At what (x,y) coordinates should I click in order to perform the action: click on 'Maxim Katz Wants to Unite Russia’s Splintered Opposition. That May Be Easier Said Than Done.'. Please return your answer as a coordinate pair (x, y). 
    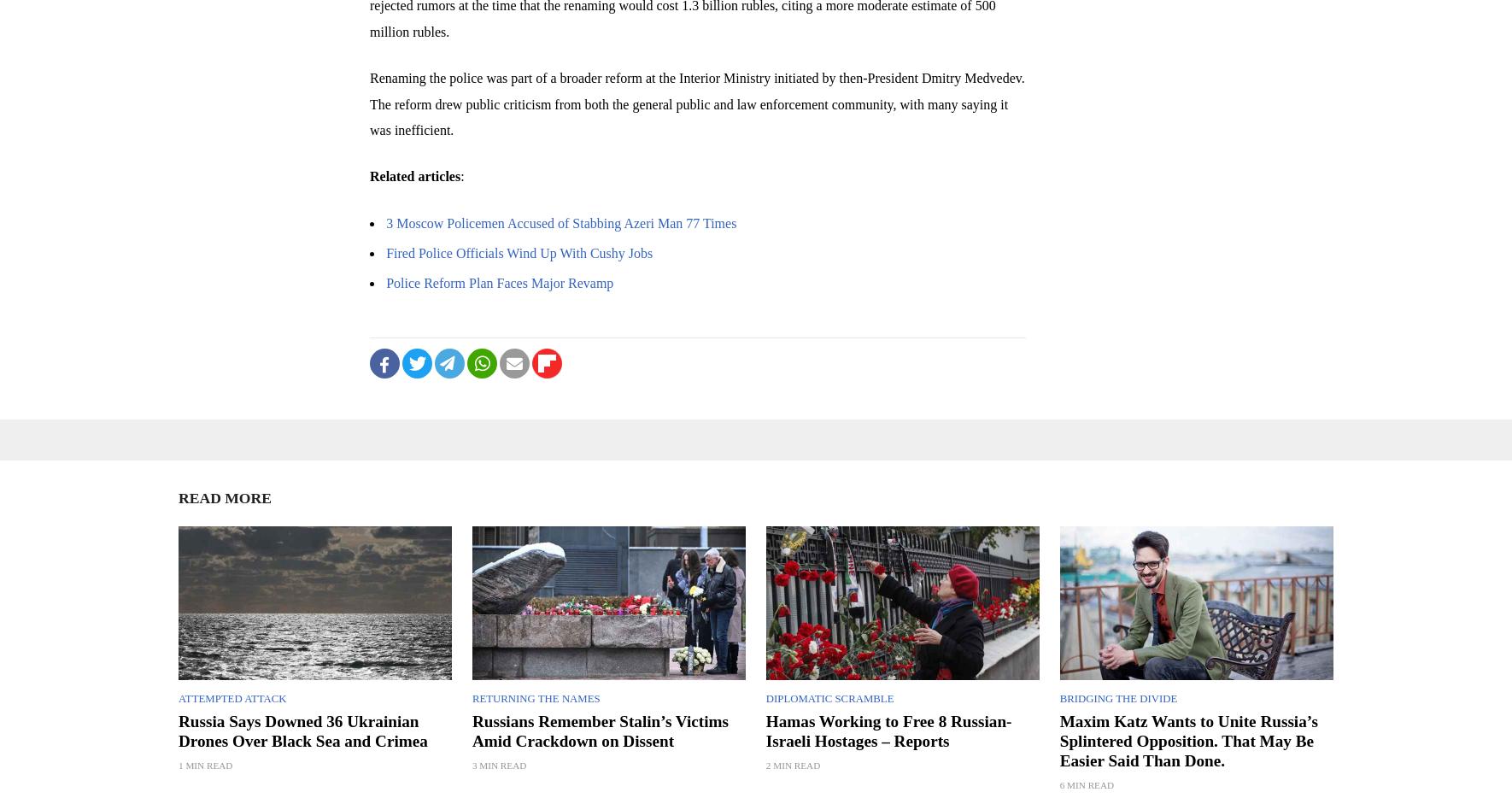
    Looking at the image, I should click on (1188, 740).